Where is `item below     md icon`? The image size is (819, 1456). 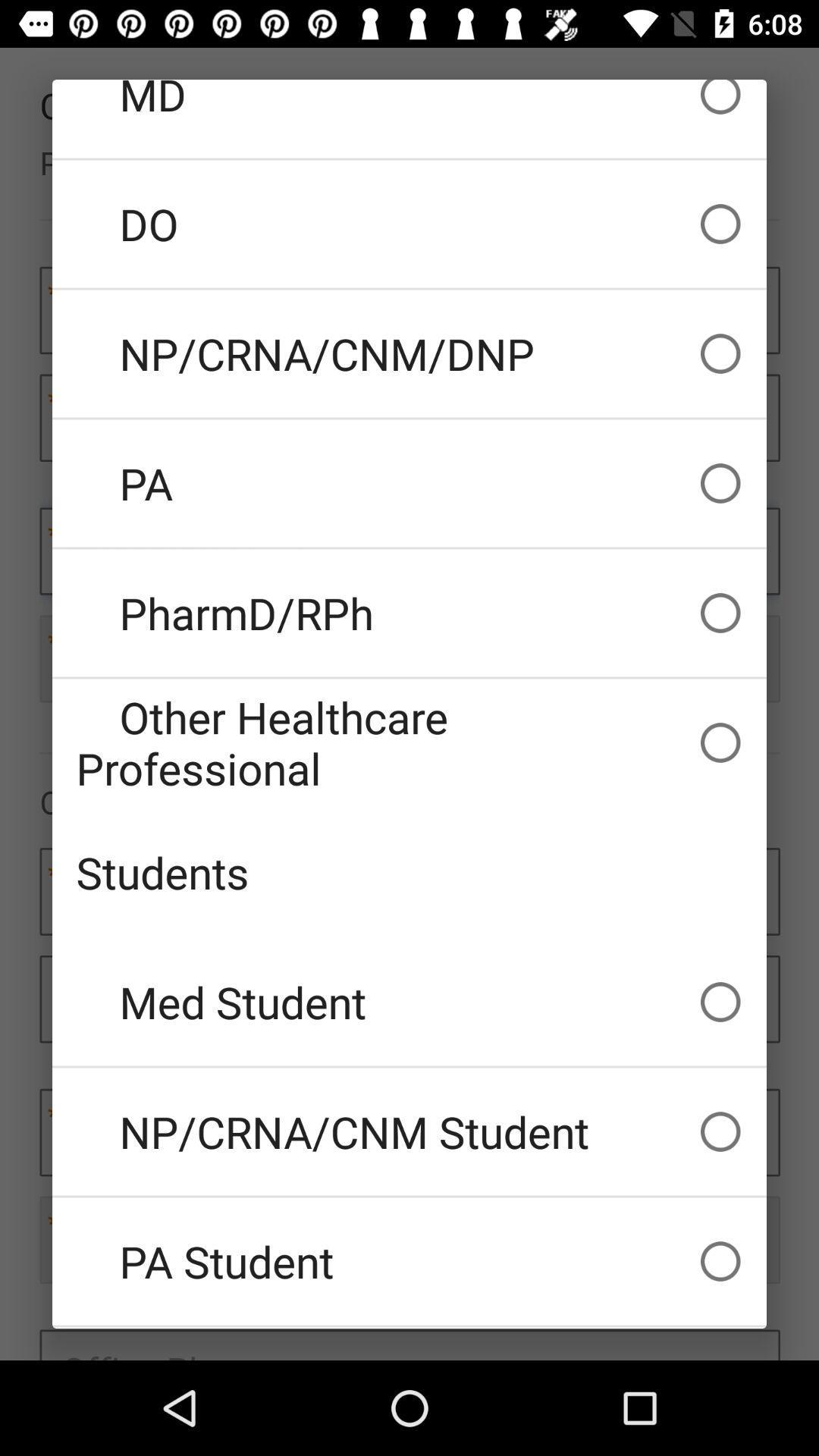
item below     md icon is located at coordinates (409, 223).